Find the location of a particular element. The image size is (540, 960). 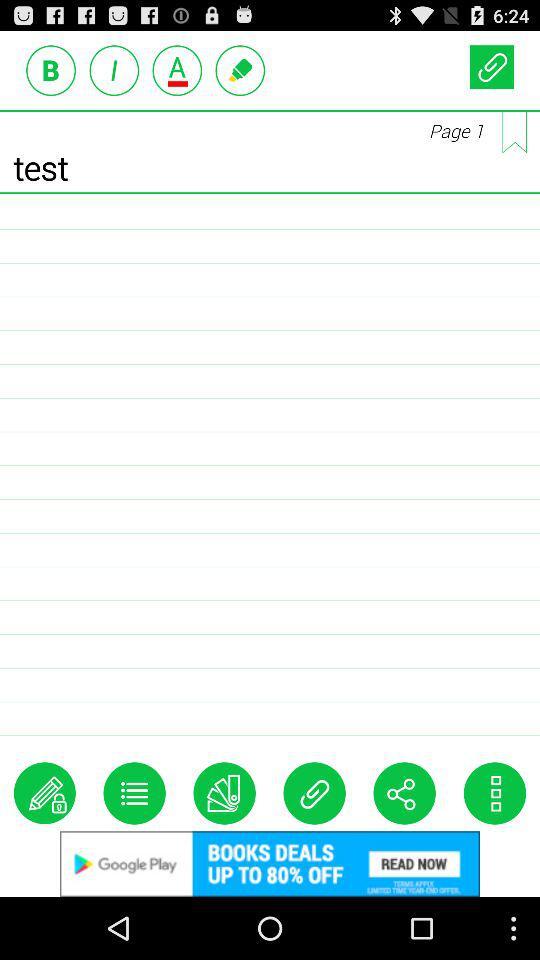

customize option is located at coordinates (134, 793).